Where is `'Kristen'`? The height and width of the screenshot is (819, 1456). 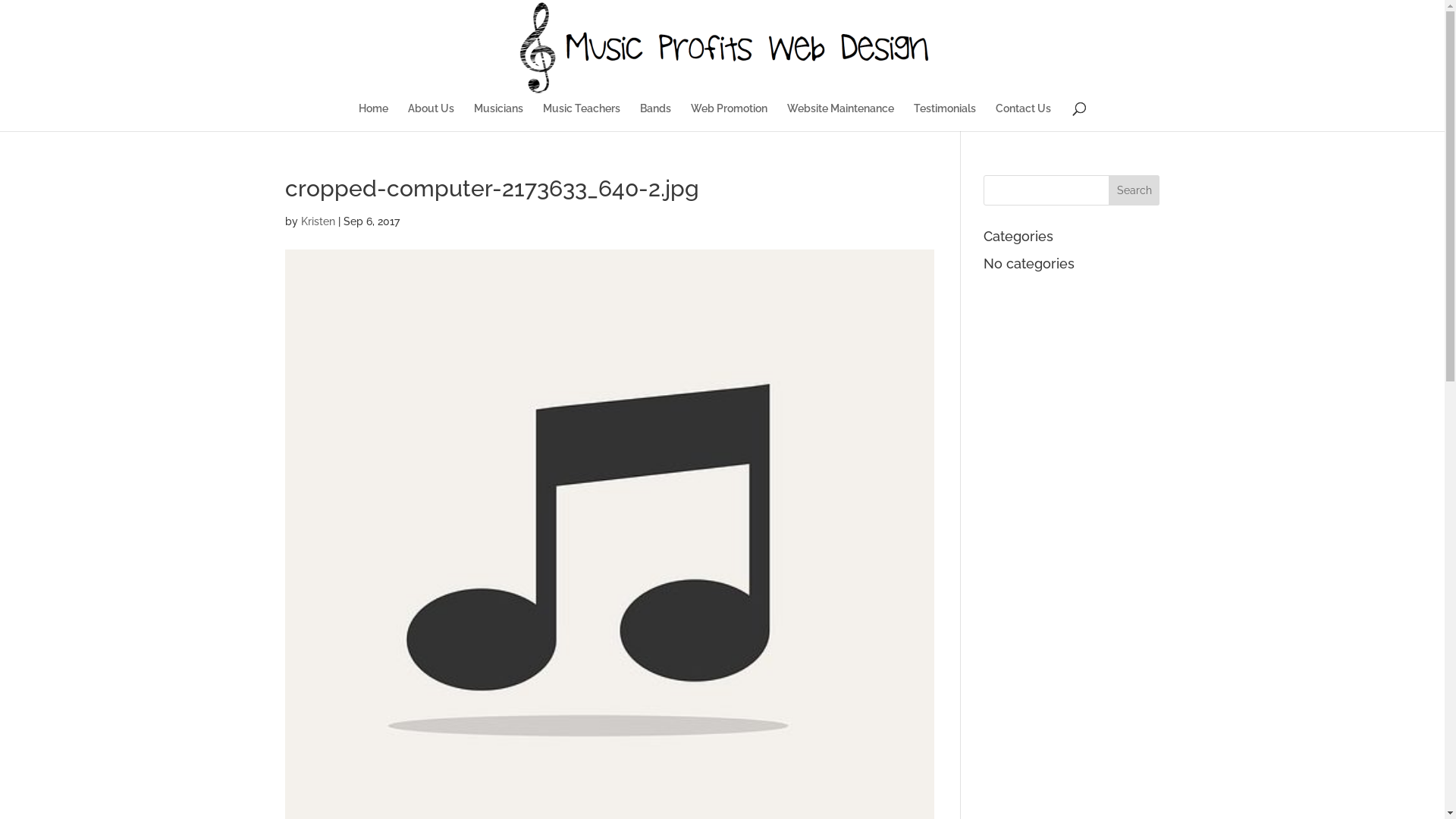
'Kristen' is located at coordinates (300, 221).